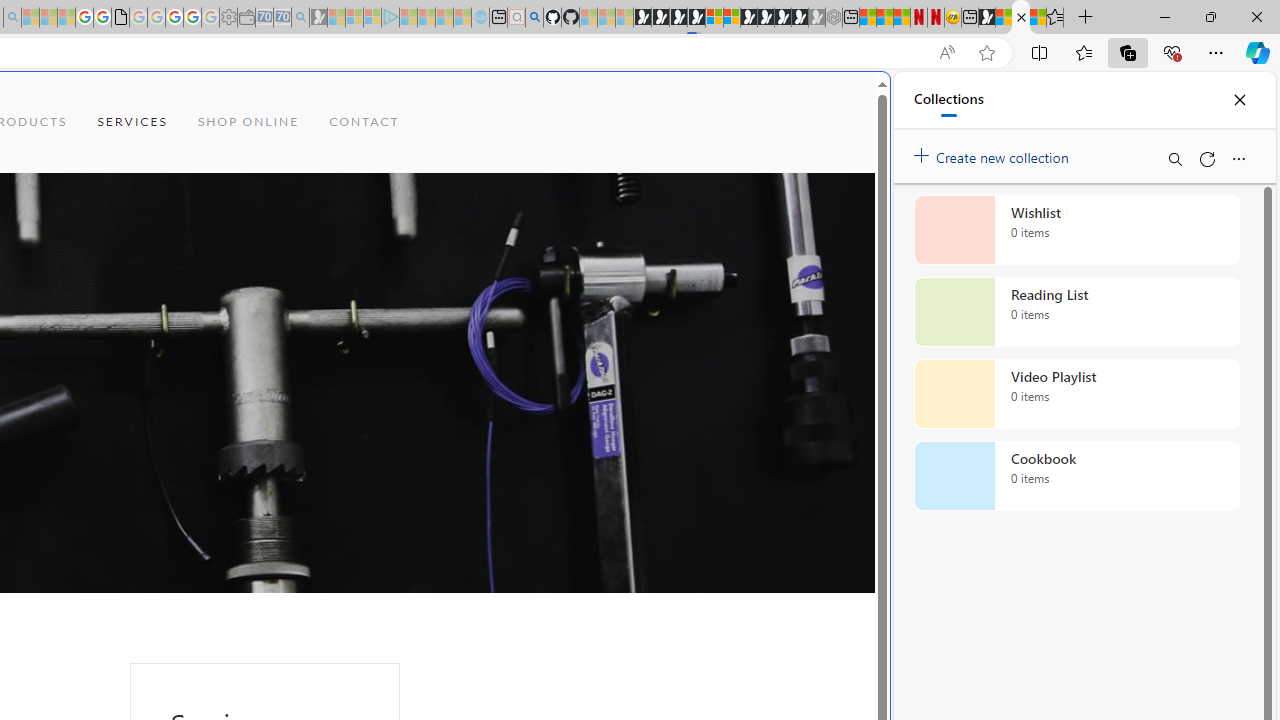 This screenshot has height=720, width=1280. Describe the element at coordinates (276, 265) in the screenshot. I see `'Tabs you'` at that location.